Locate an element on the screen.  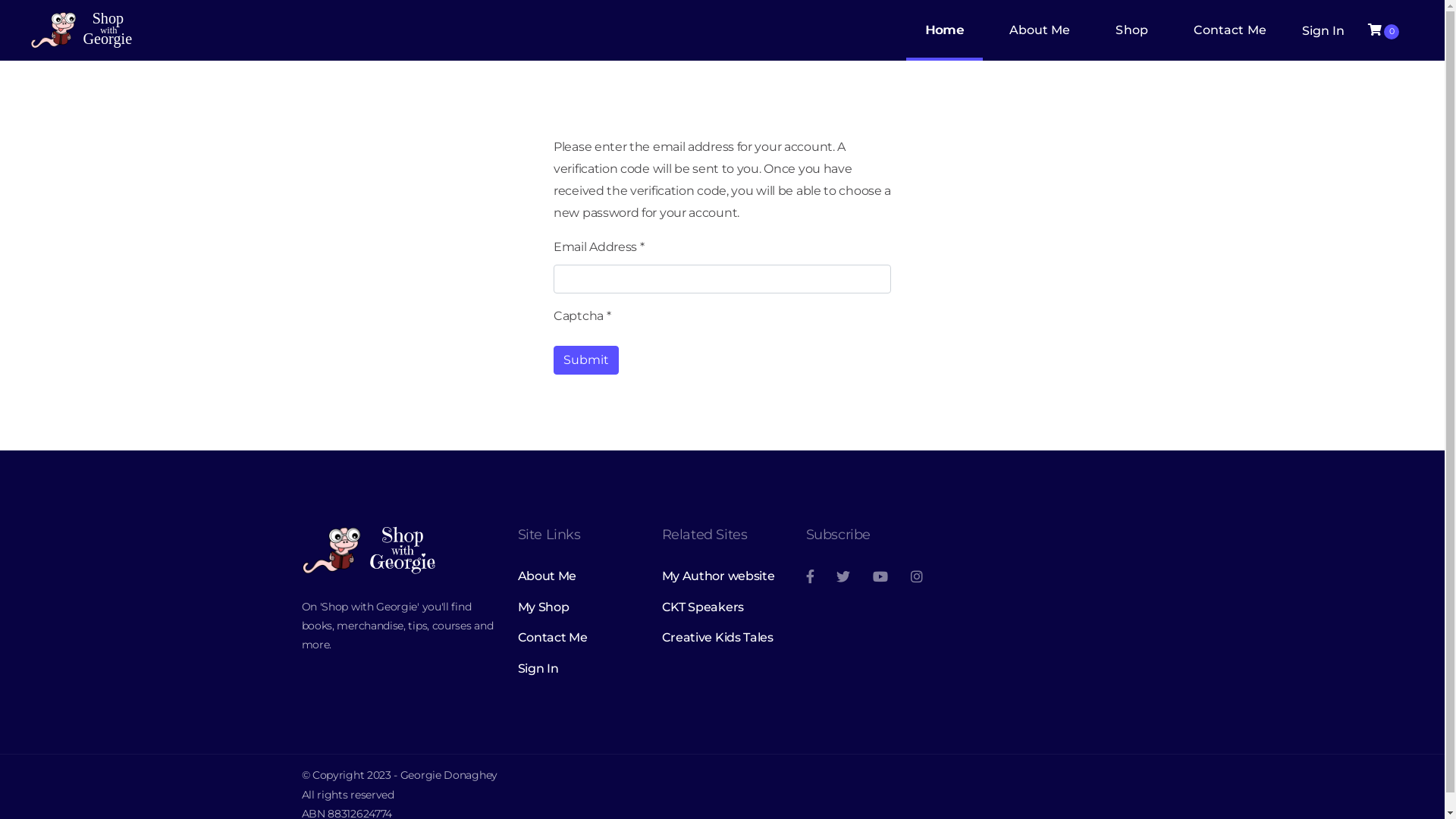
'About Me' is located at coordinates (577, 576).